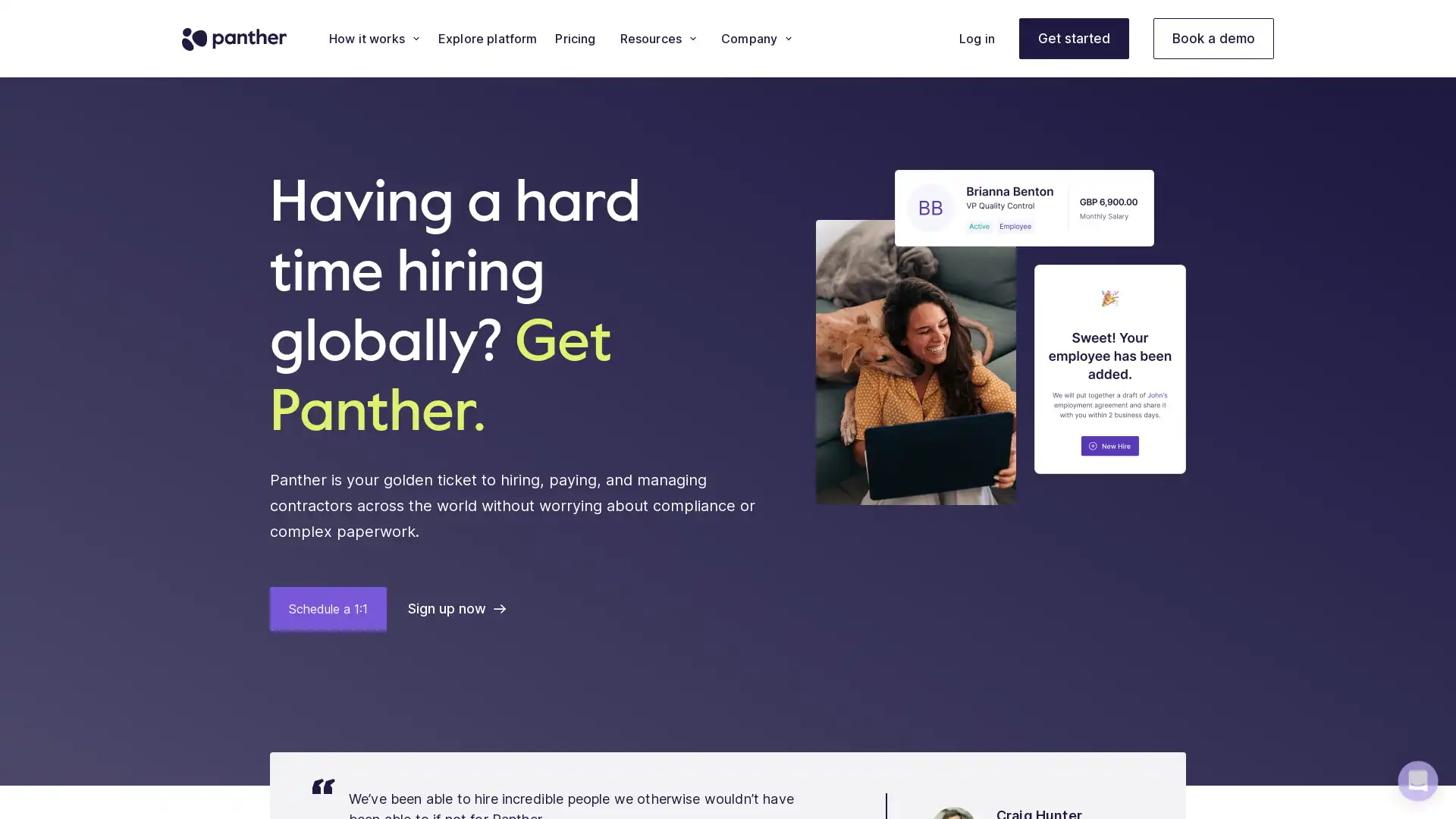  I want to click on Open Intercom Messenger, so click(1417, 780).